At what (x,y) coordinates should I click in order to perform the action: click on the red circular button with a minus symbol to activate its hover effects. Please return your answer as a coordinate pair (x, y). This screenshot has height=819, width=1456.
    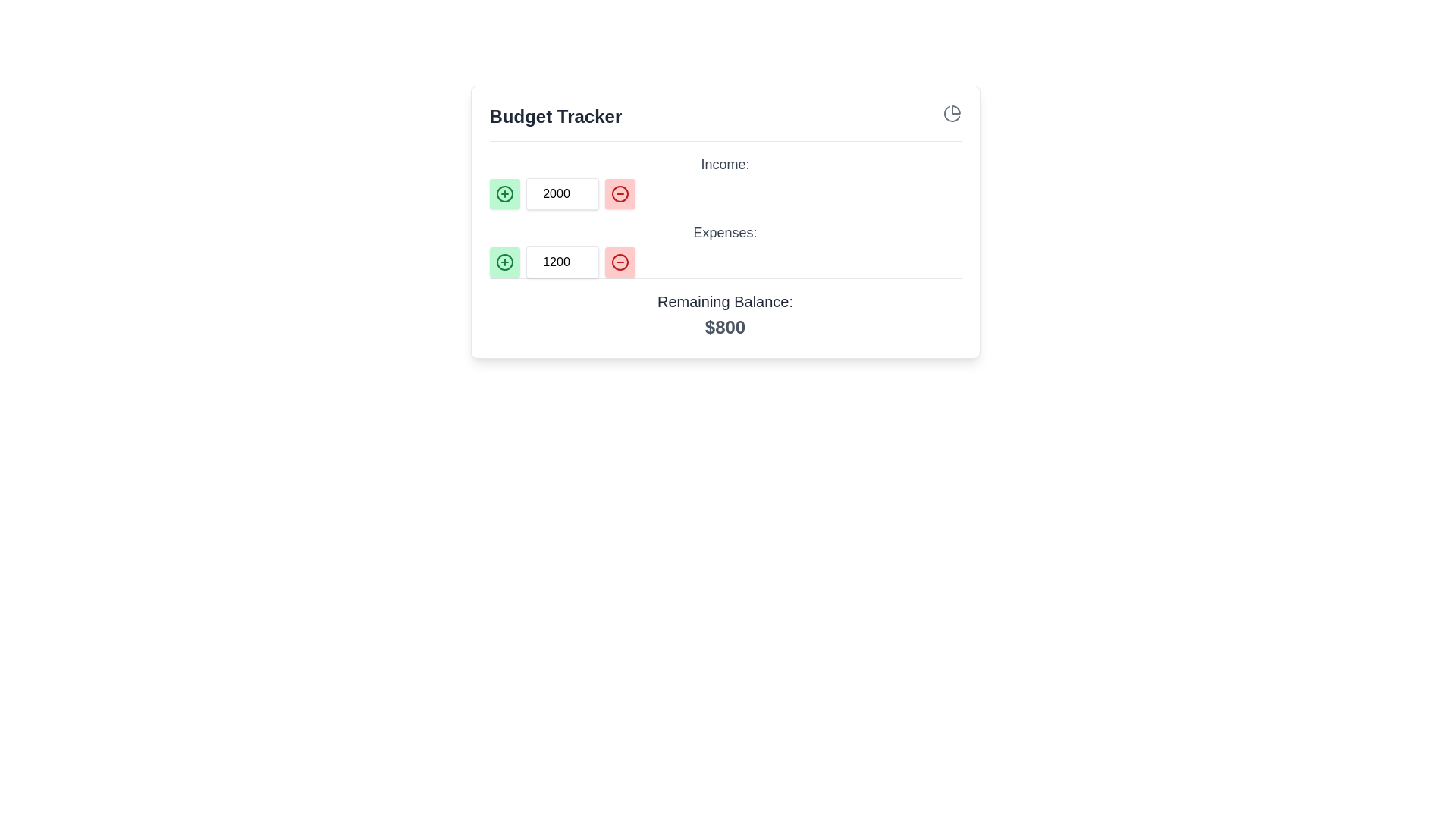
    Looking at the image, I should click on (620, 193).